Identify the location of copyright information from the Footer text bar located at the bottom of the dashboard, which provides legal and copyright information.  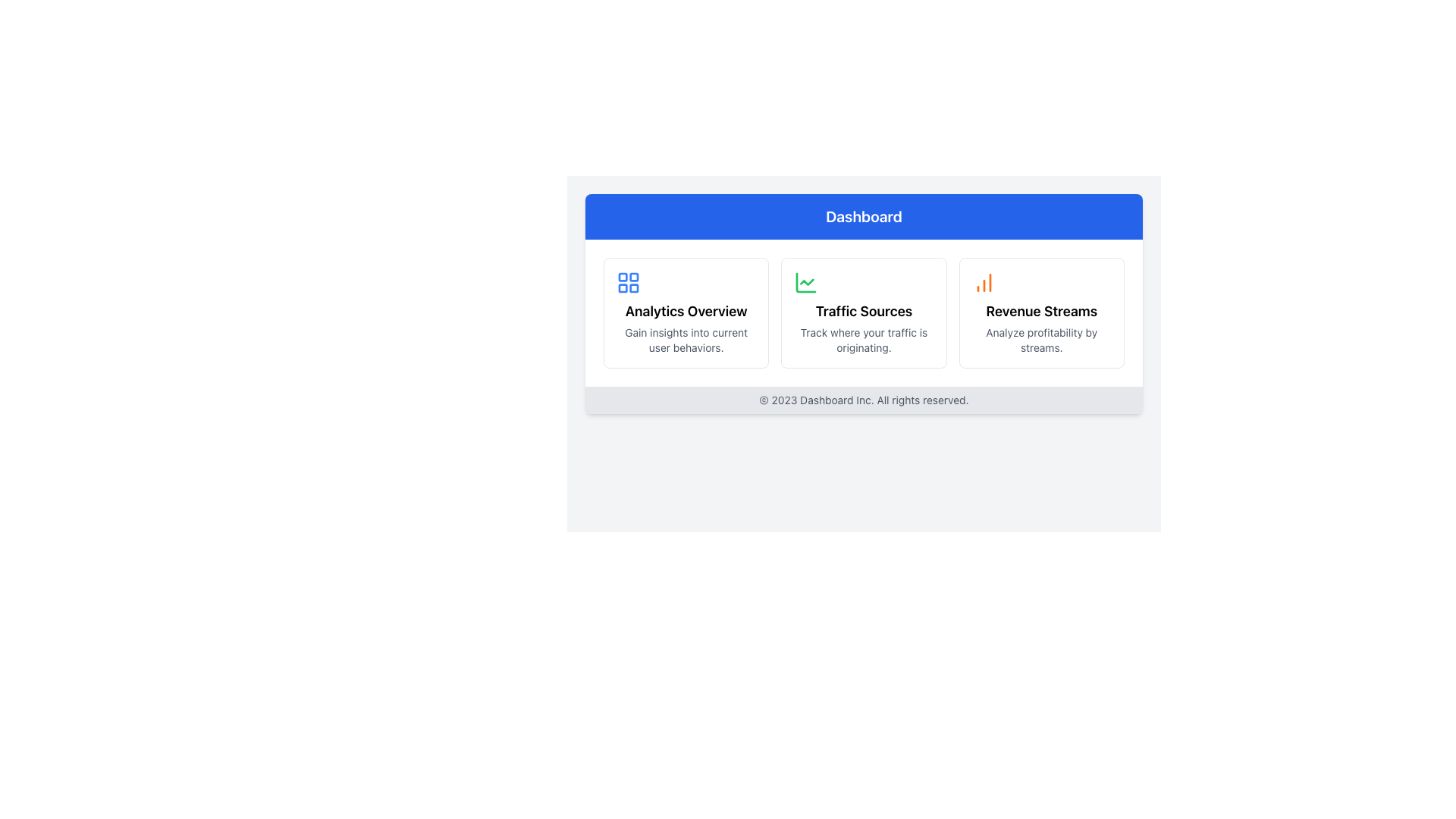
(864, 400).